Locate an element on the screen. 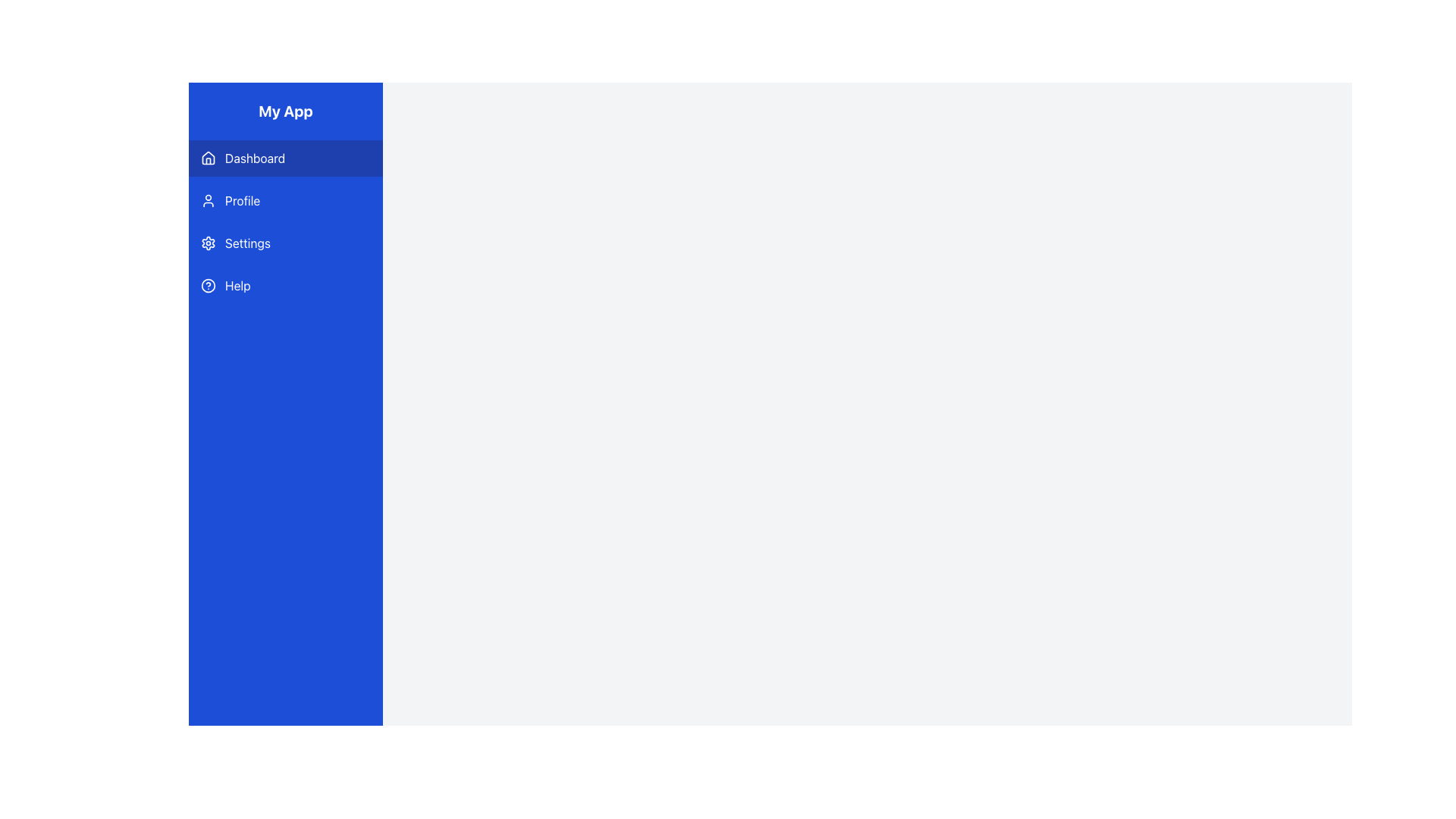 Image resolution: width=1456 pixels, height=819 pixels. the 'Settings' text label in the application menu is located at coordinates (247, 242).